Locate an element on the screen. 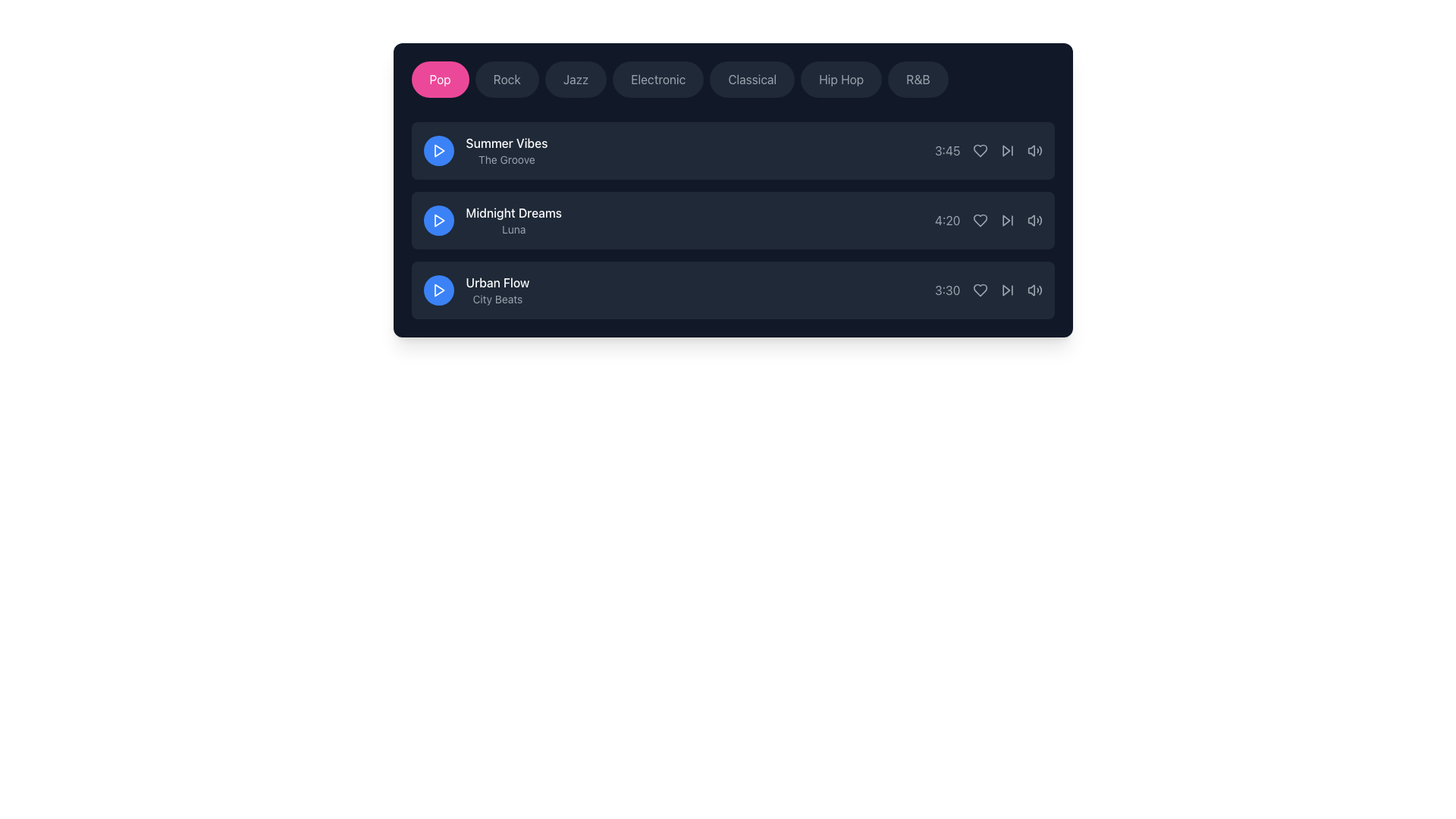 This screenshot has width=1456, height=819. the triangular play icon within the blue circular button adjacent is located at coordinates (438, 151).